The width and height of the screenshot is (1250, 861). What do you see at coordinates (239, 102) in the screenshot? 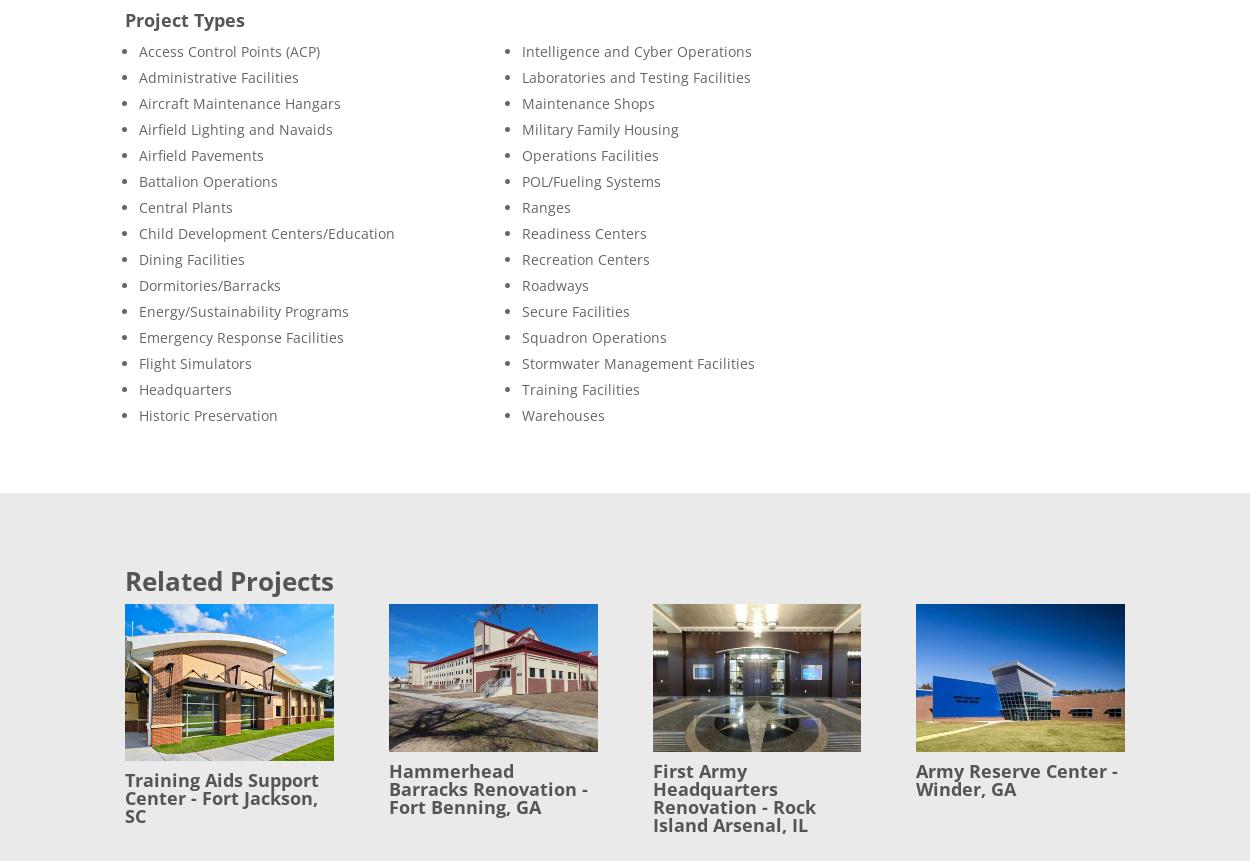
I see `'Aircraft Maintenance Hangars'` at bounding box center [239, 102].